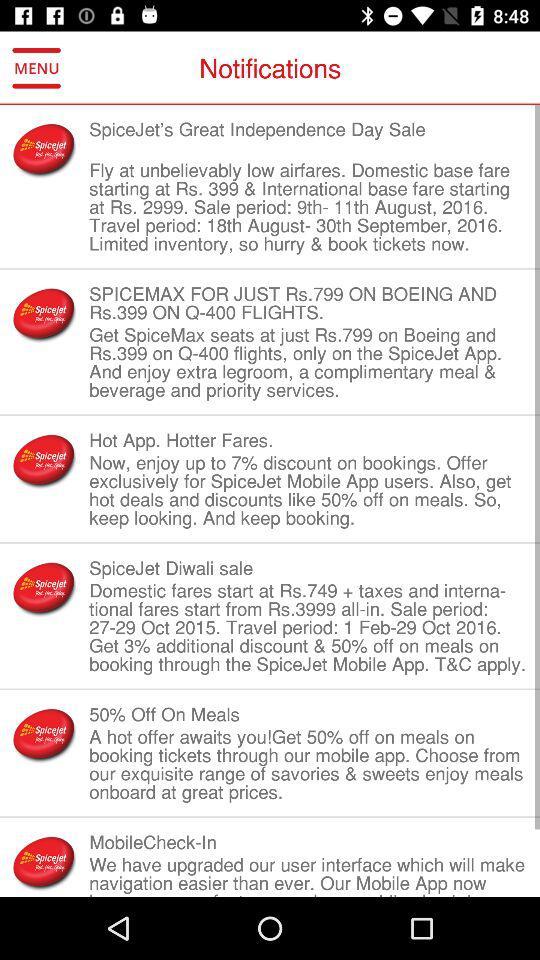 Image resolution: width=540 pixels, height=960 pixels. I want to click on icon to the left of the spicejet diwali sale icon, so click(44, 588).